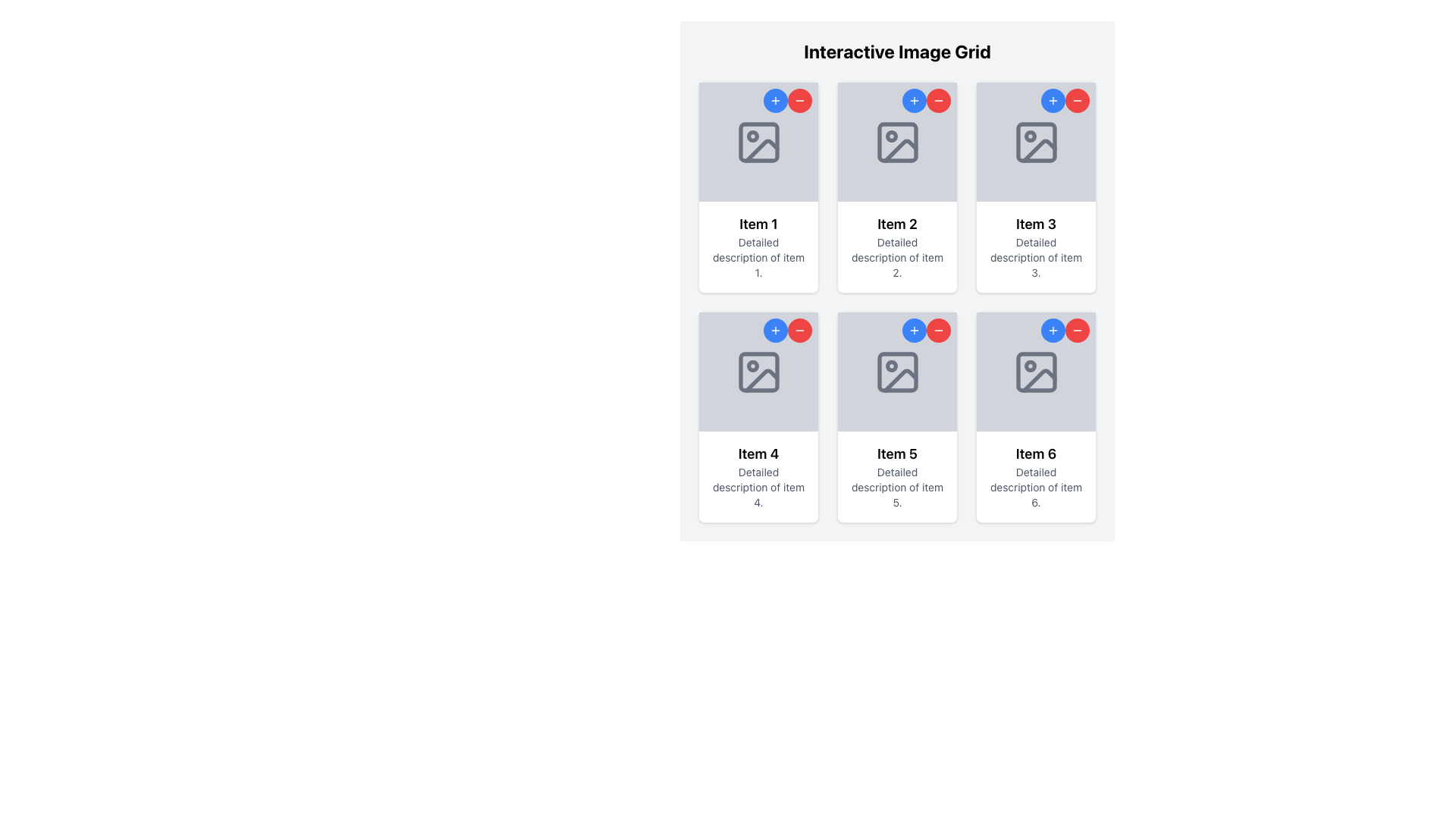 The height and width of the screenshot is (819, 1456). I want to click on the decorative SVG rectangle element that serves as the background of the image icon in 'Item 3' card, so click(1035, 142).